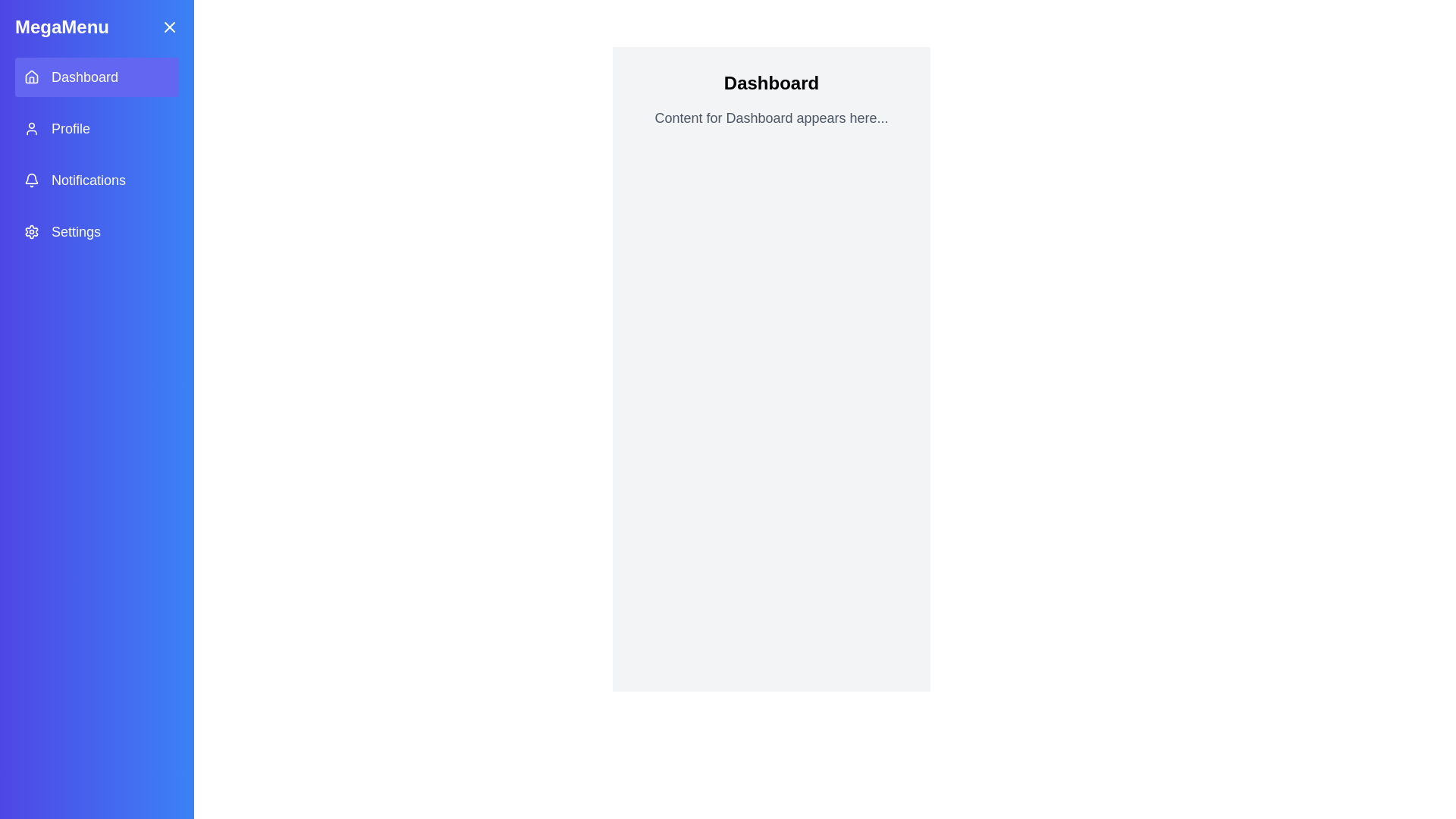 Image resolution: width=1456 pixels, height=819 pixels. I want to click on the fourth menu item in the sidebar labeled 'MegaMenu', which navigates to the settings options of the application, so click(96, 231).